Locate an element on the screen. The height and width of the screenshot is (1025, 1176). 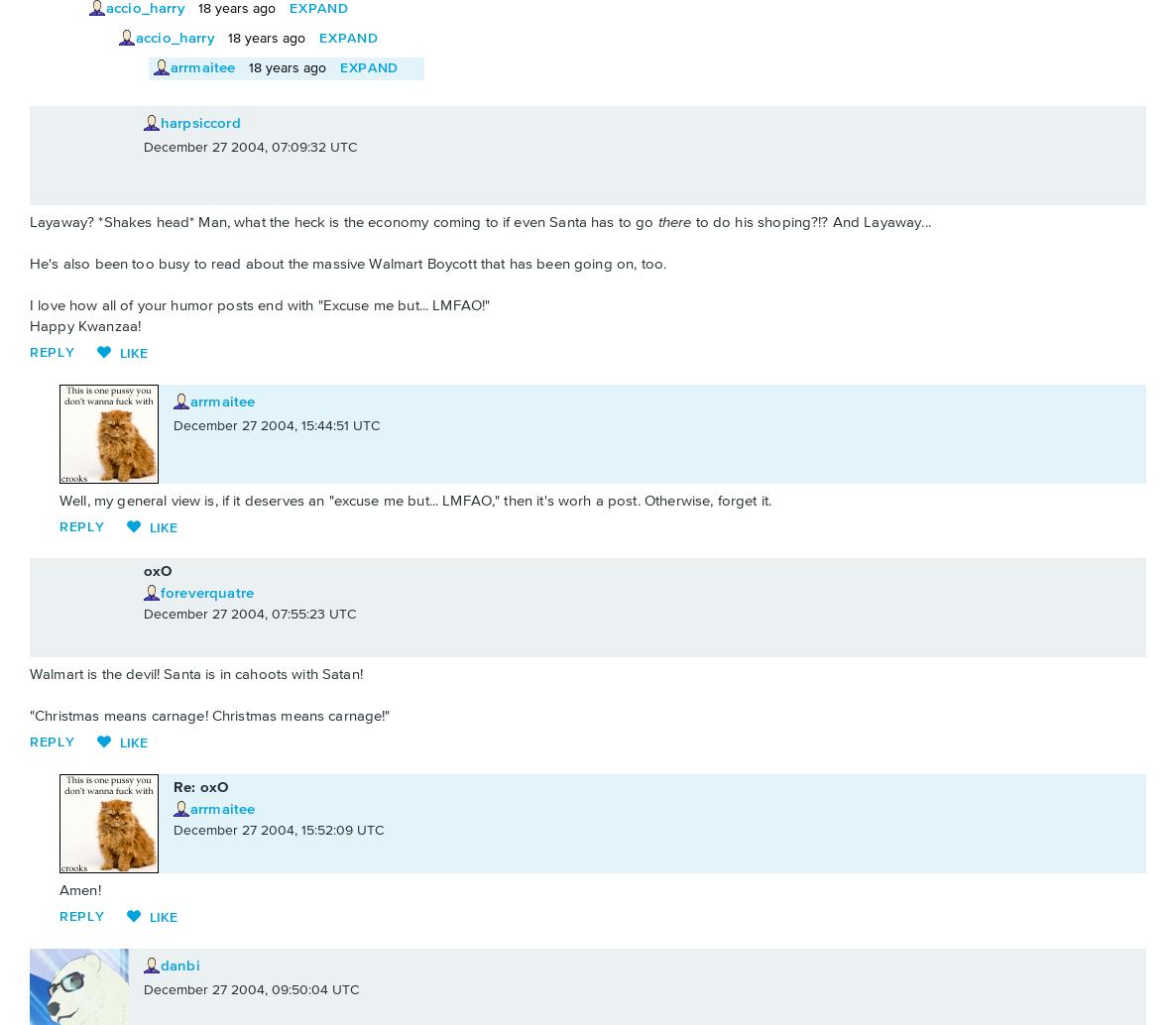
'December 27 2004, 15:44:51 UTC' is located at coordinates (275, 424).